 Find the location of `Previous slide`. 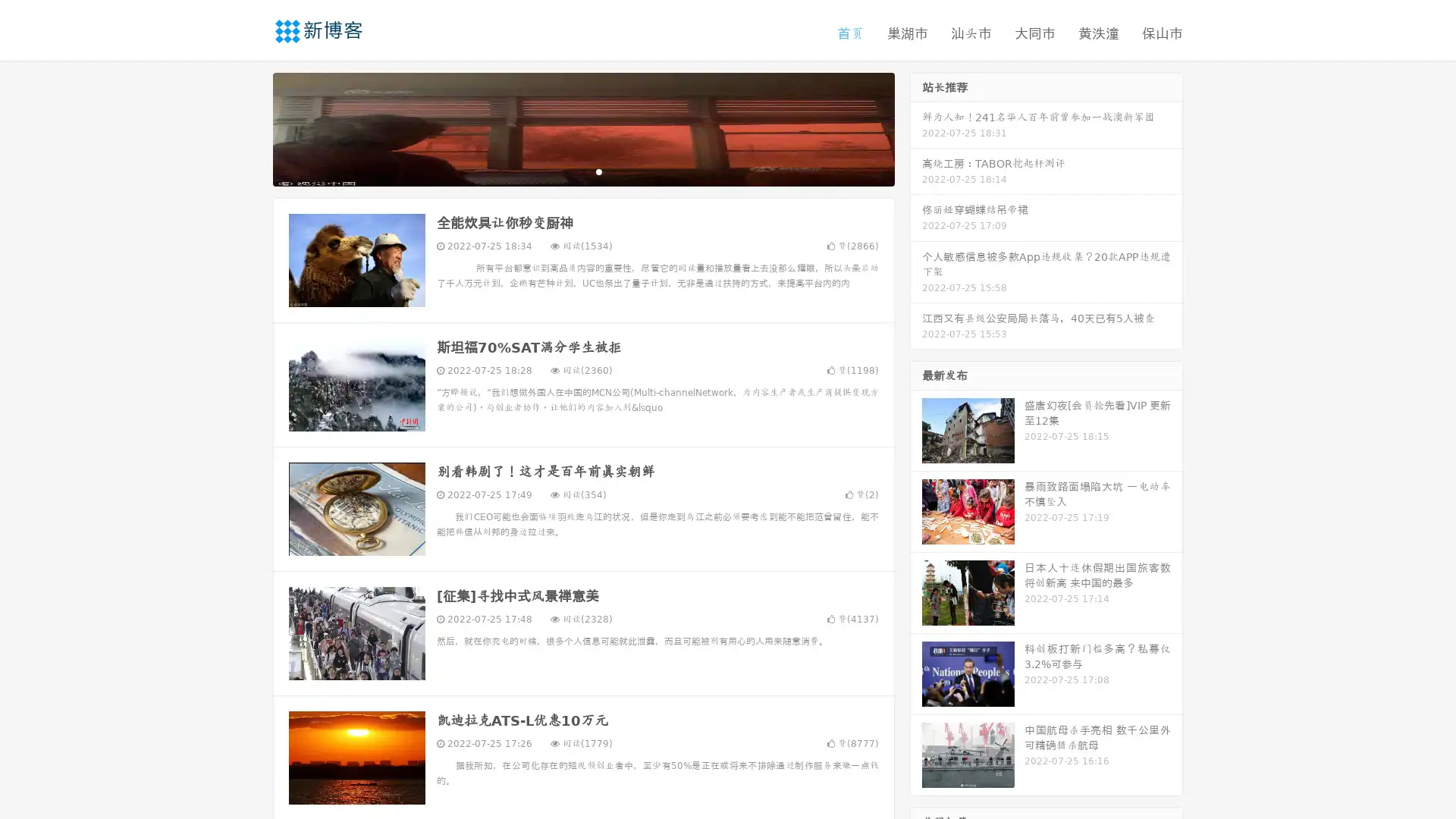

Previous slide is located at coordinates (250, 127).